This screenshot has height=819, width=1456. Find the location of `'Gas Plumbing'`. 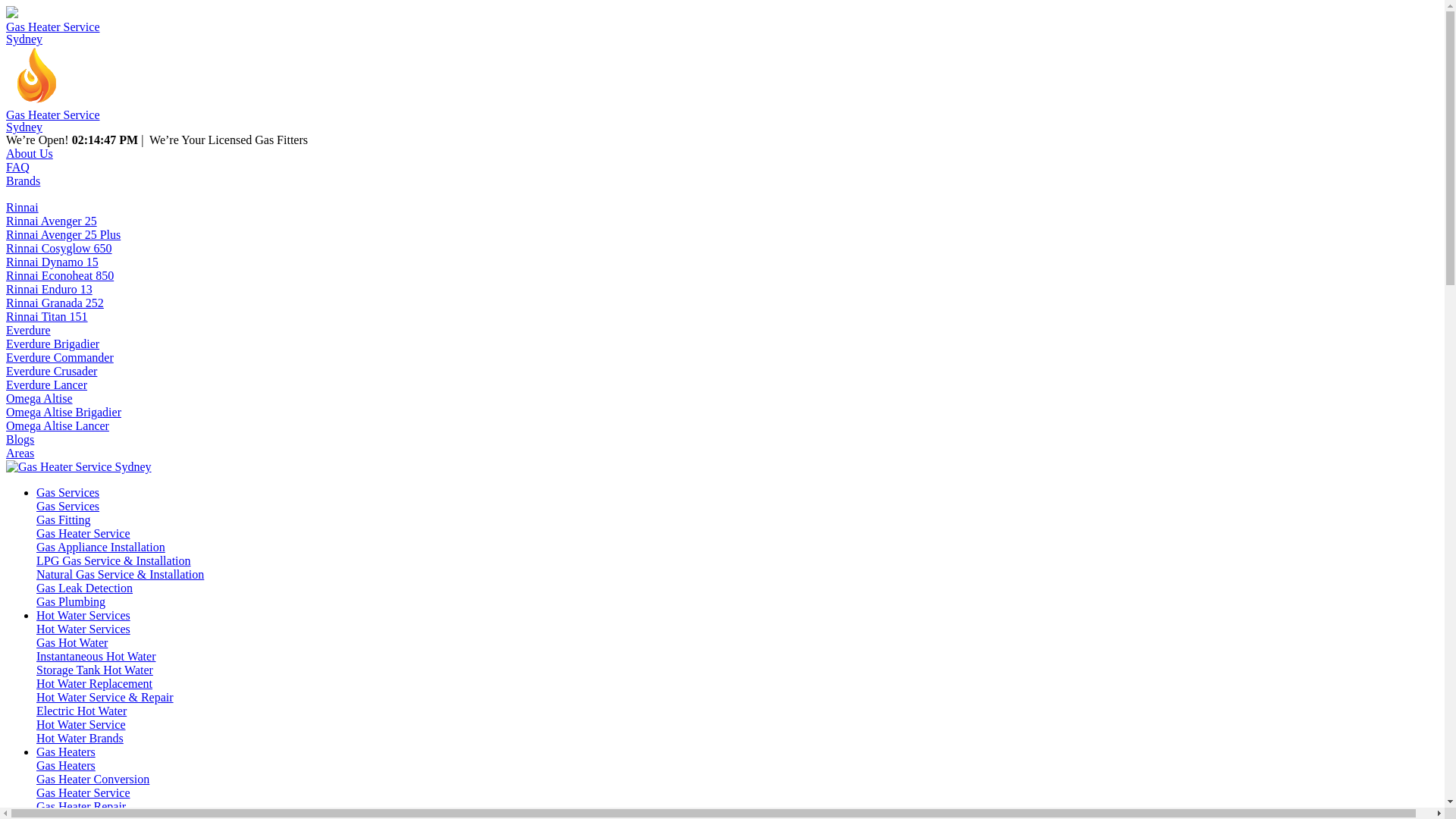

'Gas Plumbing' is located at coordinates (70, 601).